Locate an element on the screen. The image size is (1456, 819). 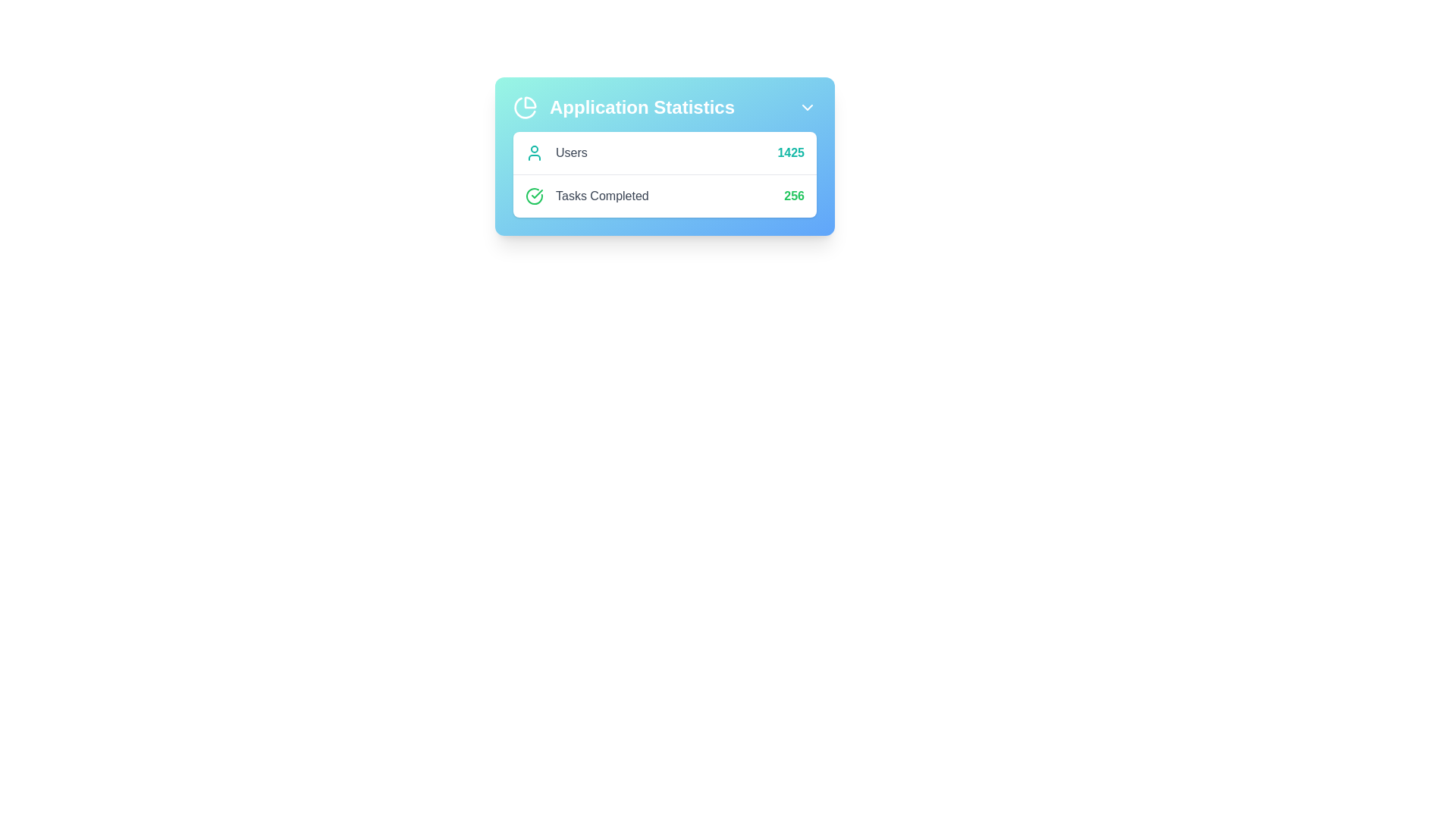
the first informational row displaying the number of users for the system, which is located above the 'Tasks Completed' row is located at coordinates (665, 152).